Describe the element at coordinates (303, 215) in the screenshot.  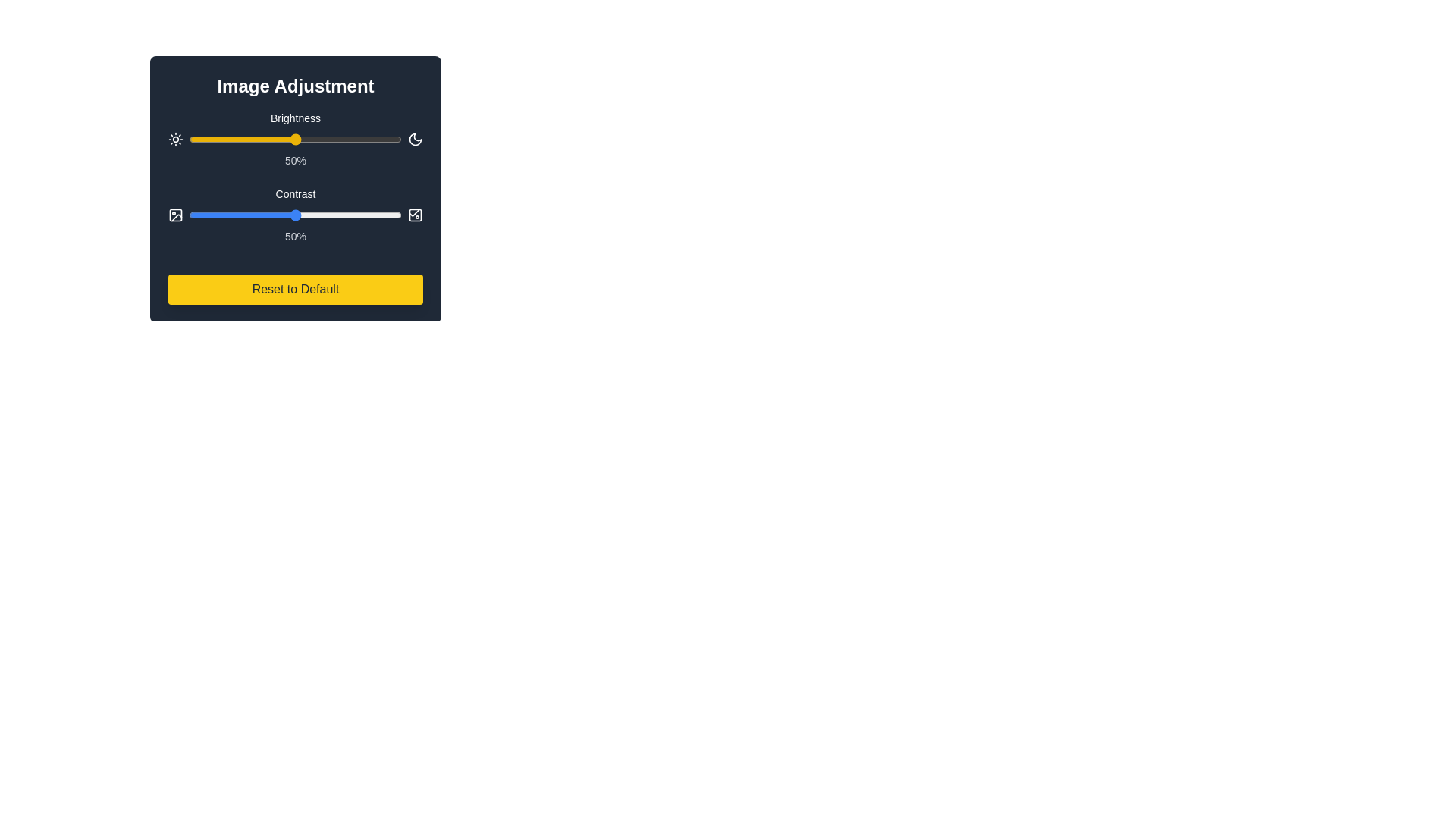
I see `contrast` at that location.